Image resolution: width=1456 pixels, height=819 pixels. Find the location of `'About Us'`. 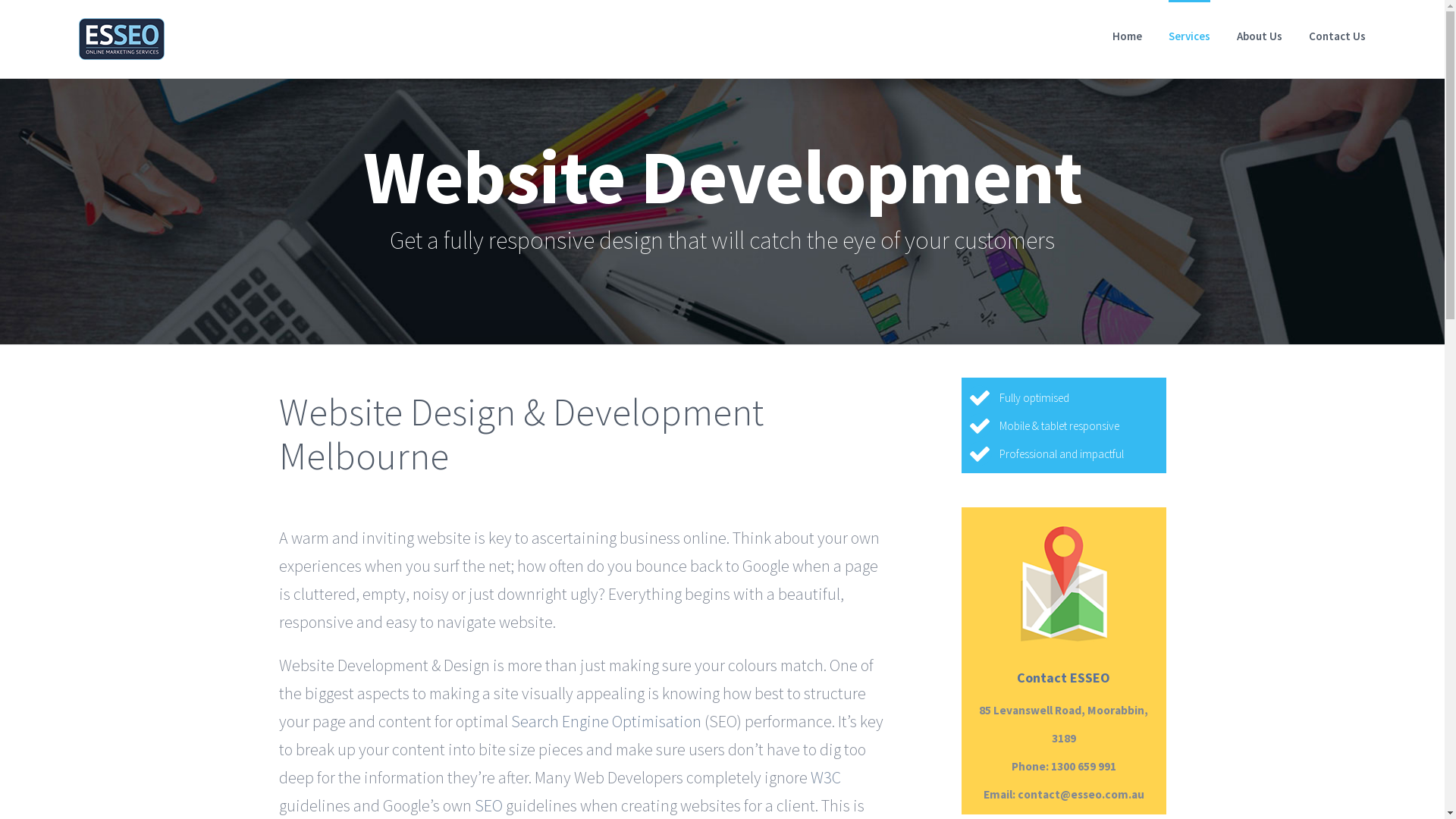

'About Us' is located at coordinates (1259, 34).